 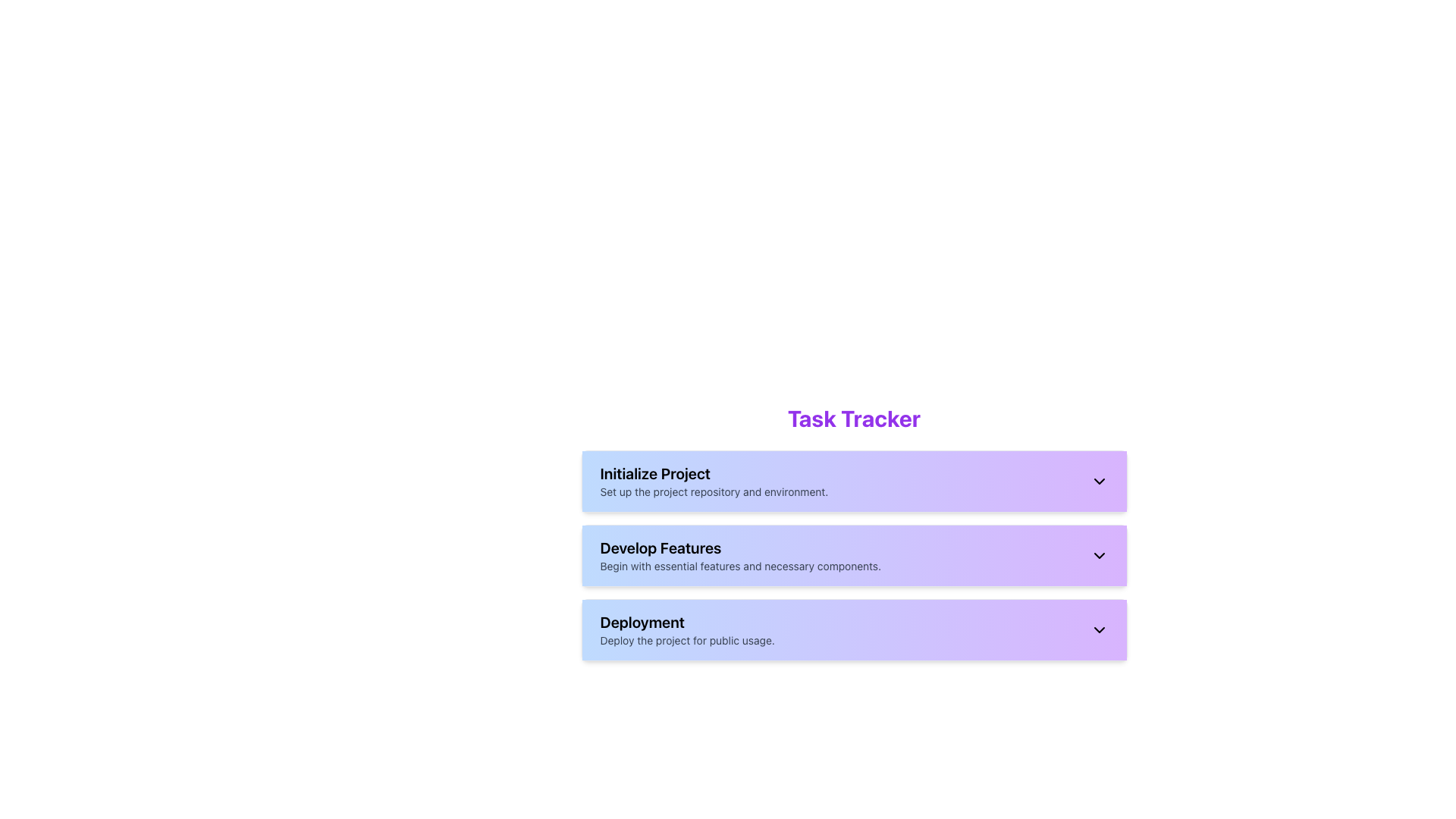 I want to click on the Toggleable section header for 'Develop Features' which is the second item in a vertical list, positioned centrally between 'Initialize Project' and 'Deployment', so click(x=854, y=555).